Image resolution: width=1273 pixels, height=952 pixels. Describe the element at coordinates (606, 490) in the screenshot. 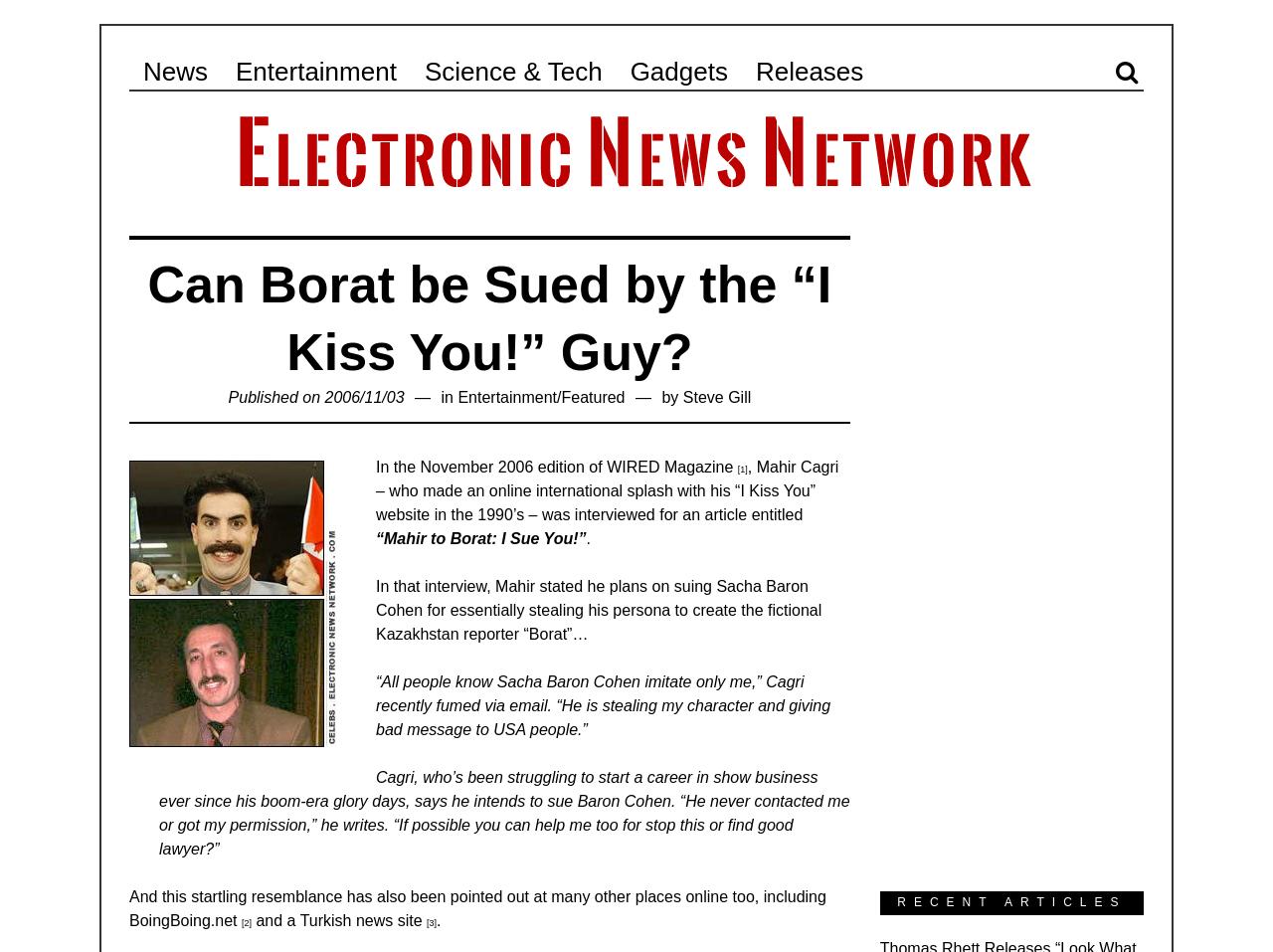

I see `', Mahir Cagri – who made an online international splash with his “I Kiss You” website in the 1990’s – was interviewed for an article entitled'` at that location.